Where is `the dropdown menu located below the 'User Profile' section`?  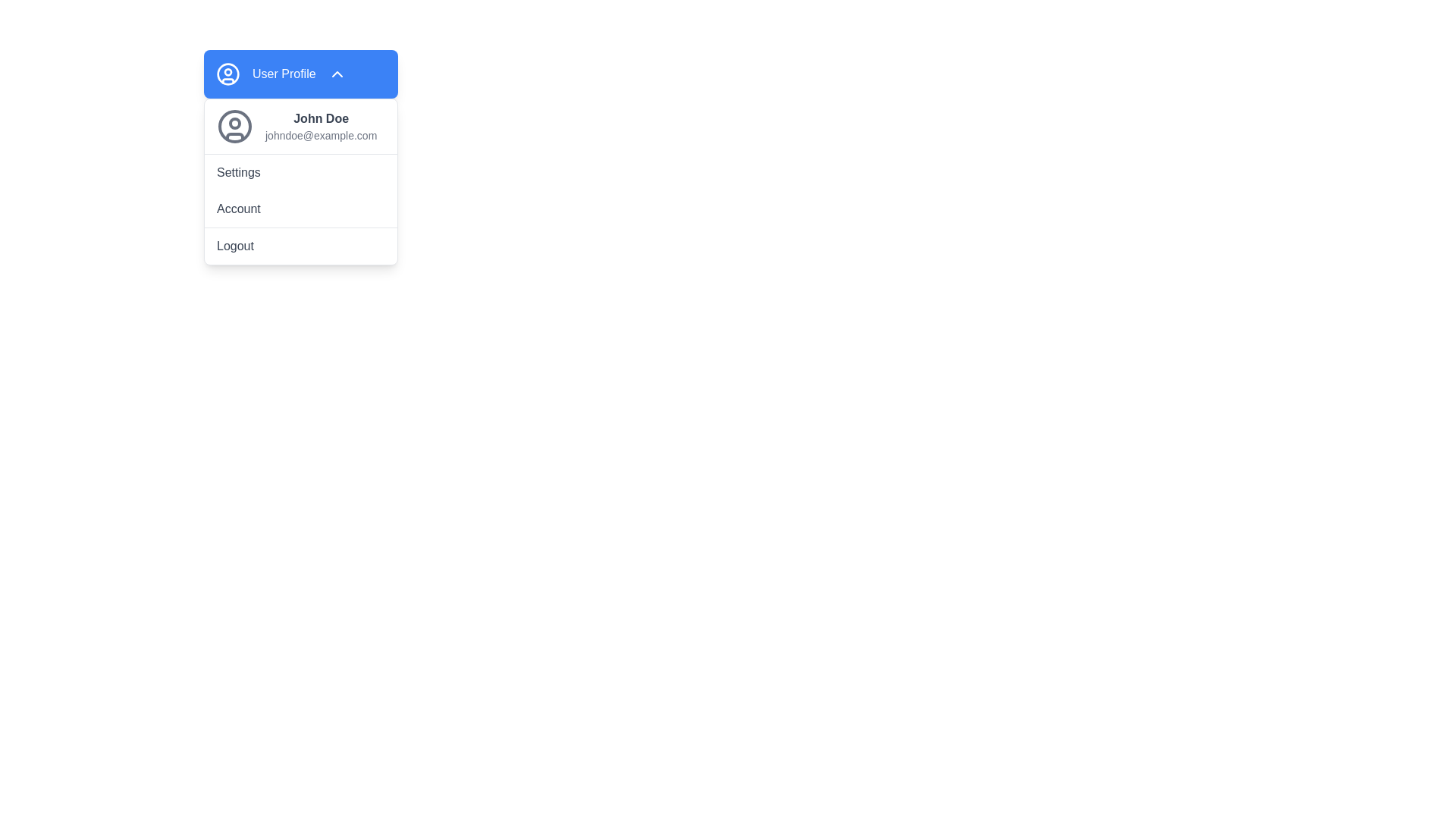
the dropdown menu located below the 'User Profile' section is located at coordinates (301, 180).